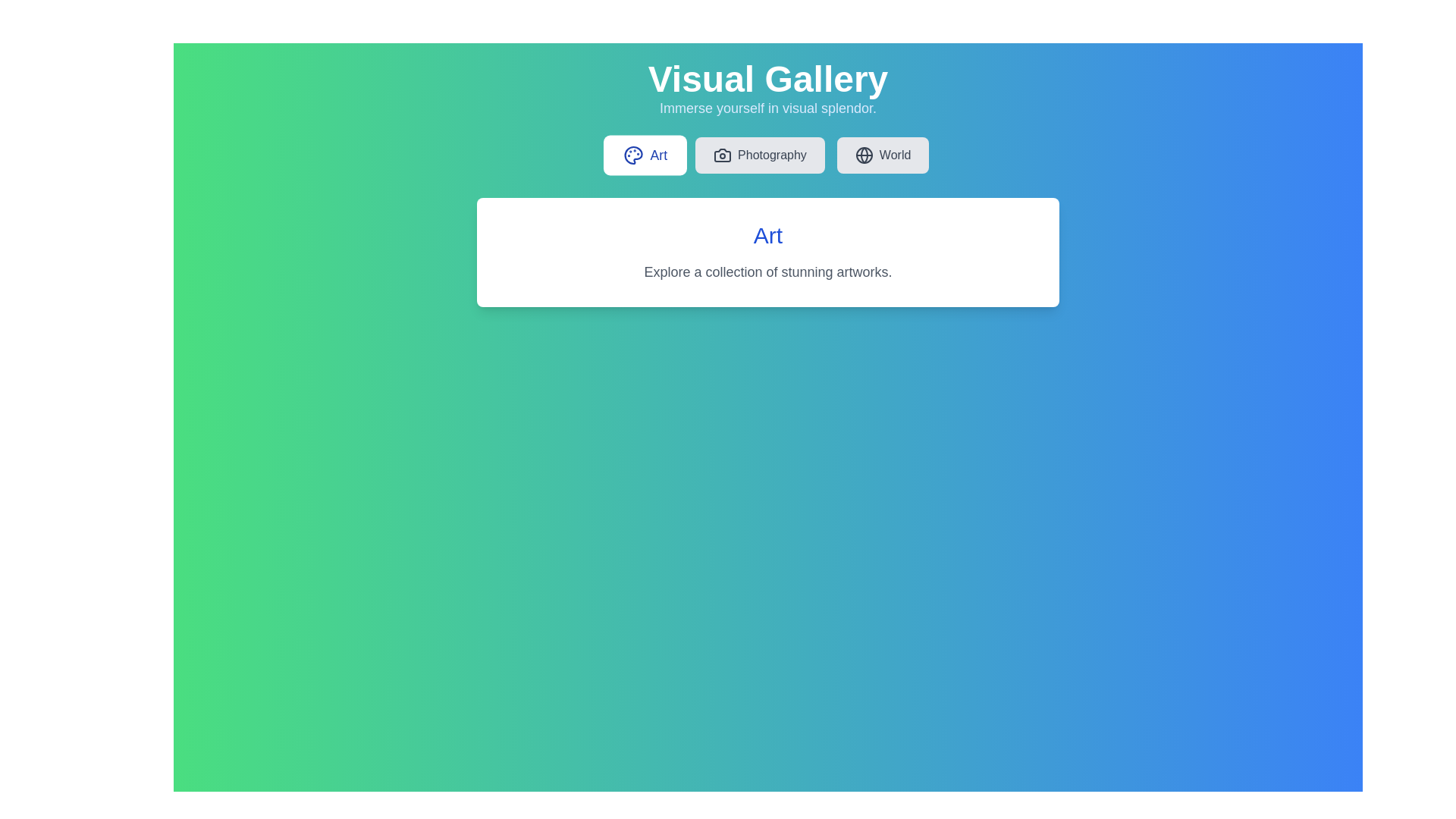  Describe the element at coordinates (883, 155) in the screenshot. I see `the navigation button labeled World` at that location.